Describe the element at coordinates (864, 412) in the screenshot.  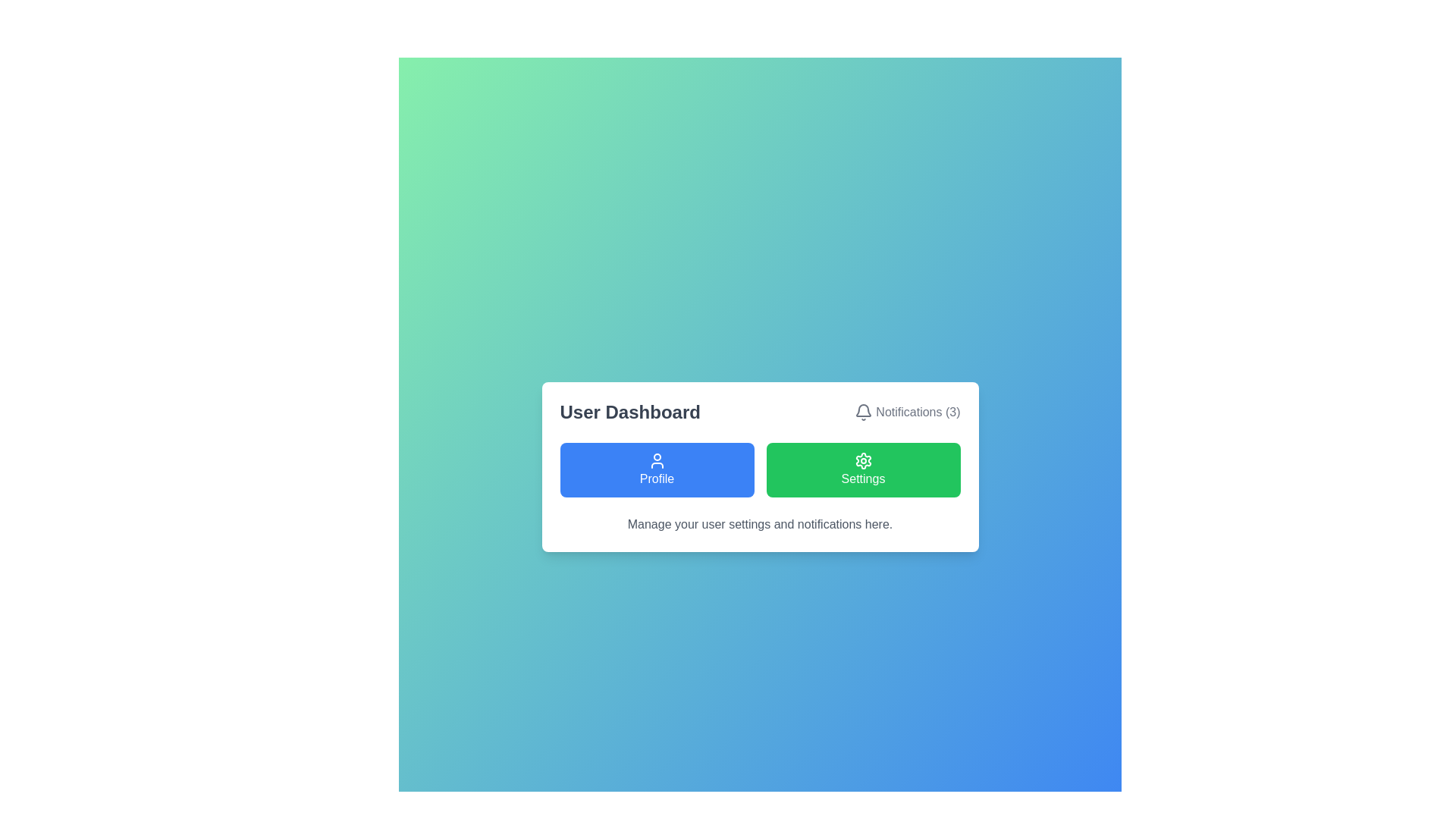
I see `the bell icon, which is styled with simple, thin lines and colored dark gray or black, located to the left of the 'Notifications (3)' text at the top-right corner of the dashboard card` at that location.